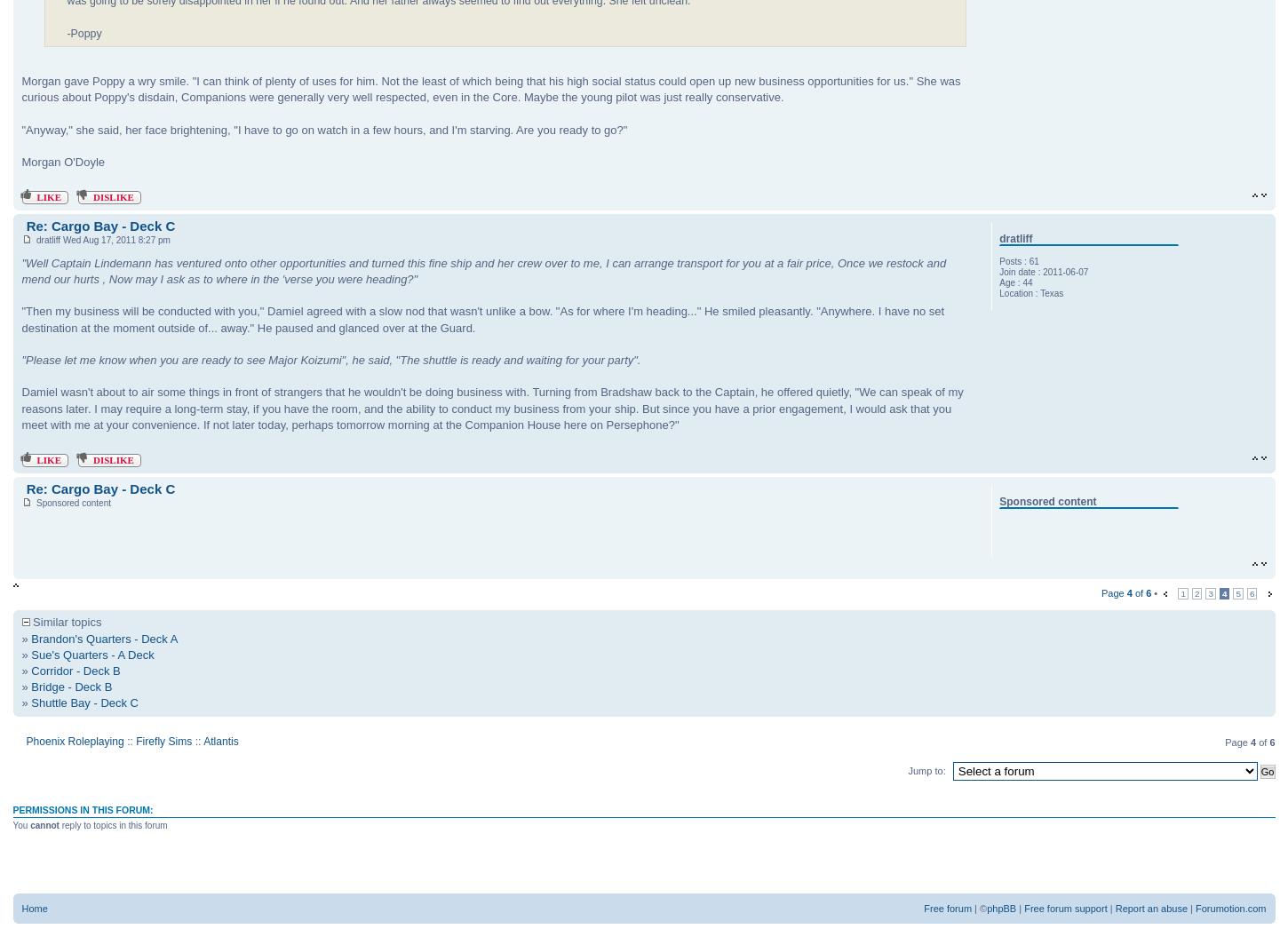  I want to click on '2011-06-07', so click(1064, 272).